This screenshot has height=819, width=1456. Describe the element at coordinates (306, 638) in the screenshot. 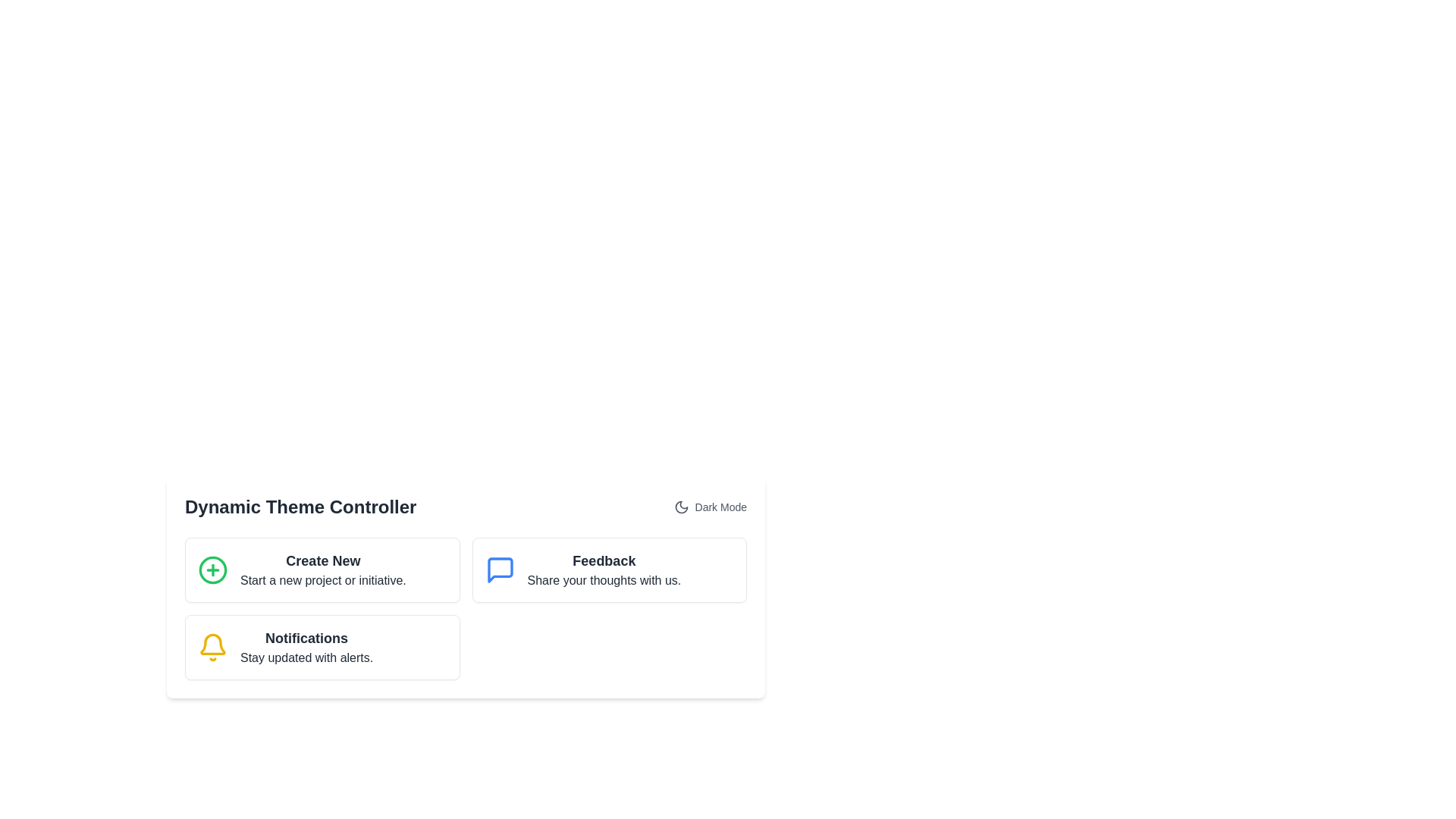

I see `text content of the title label located at the top of the third card in the grid layout, which introduces the card's content` at that location.